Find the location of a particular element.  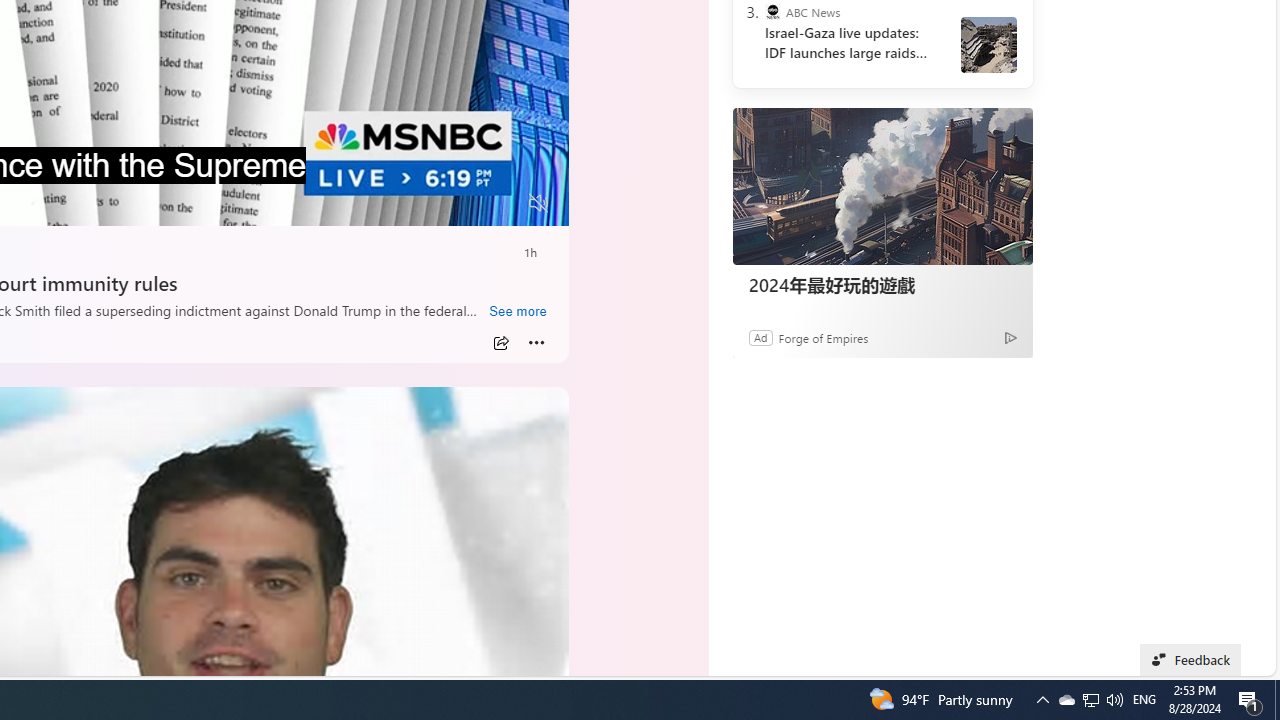

'Forge of Empires' is located at coordinates (823, 336).